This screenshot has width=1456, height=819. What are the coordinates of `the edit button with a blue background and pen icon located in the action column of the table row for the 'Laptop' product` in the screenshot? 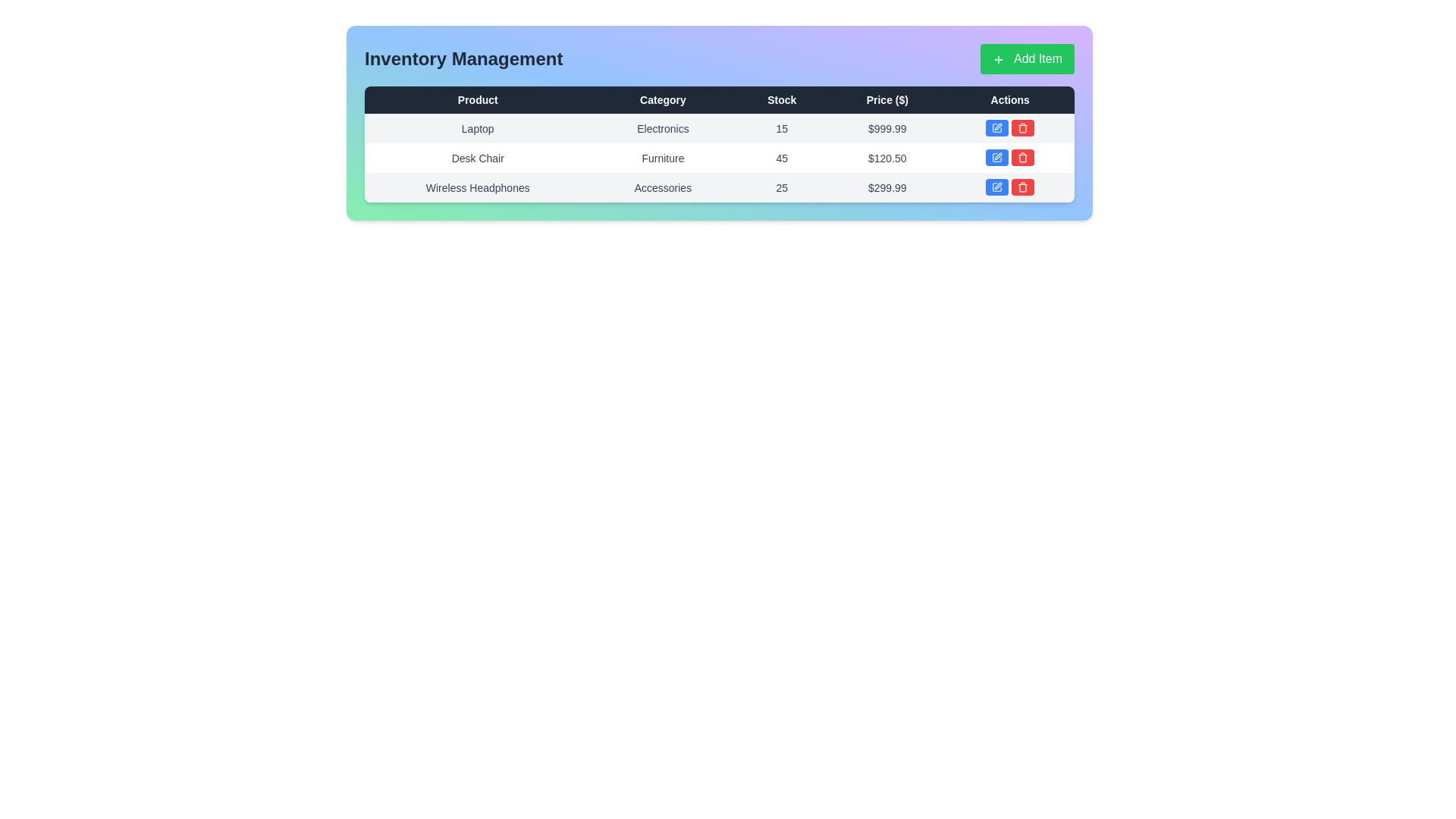 It's located at (997, 127).